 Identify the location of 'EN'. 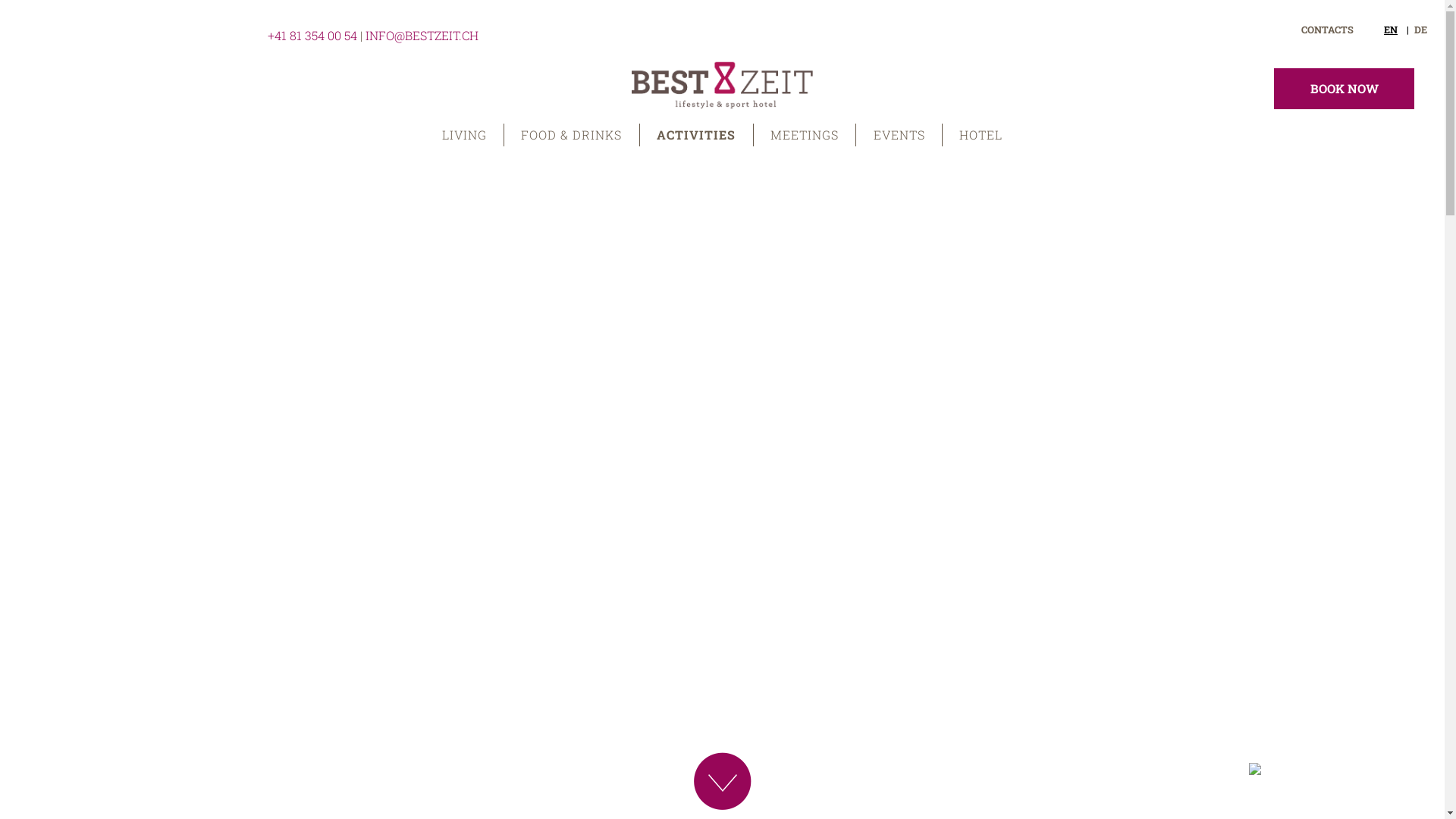
(1395, 29).